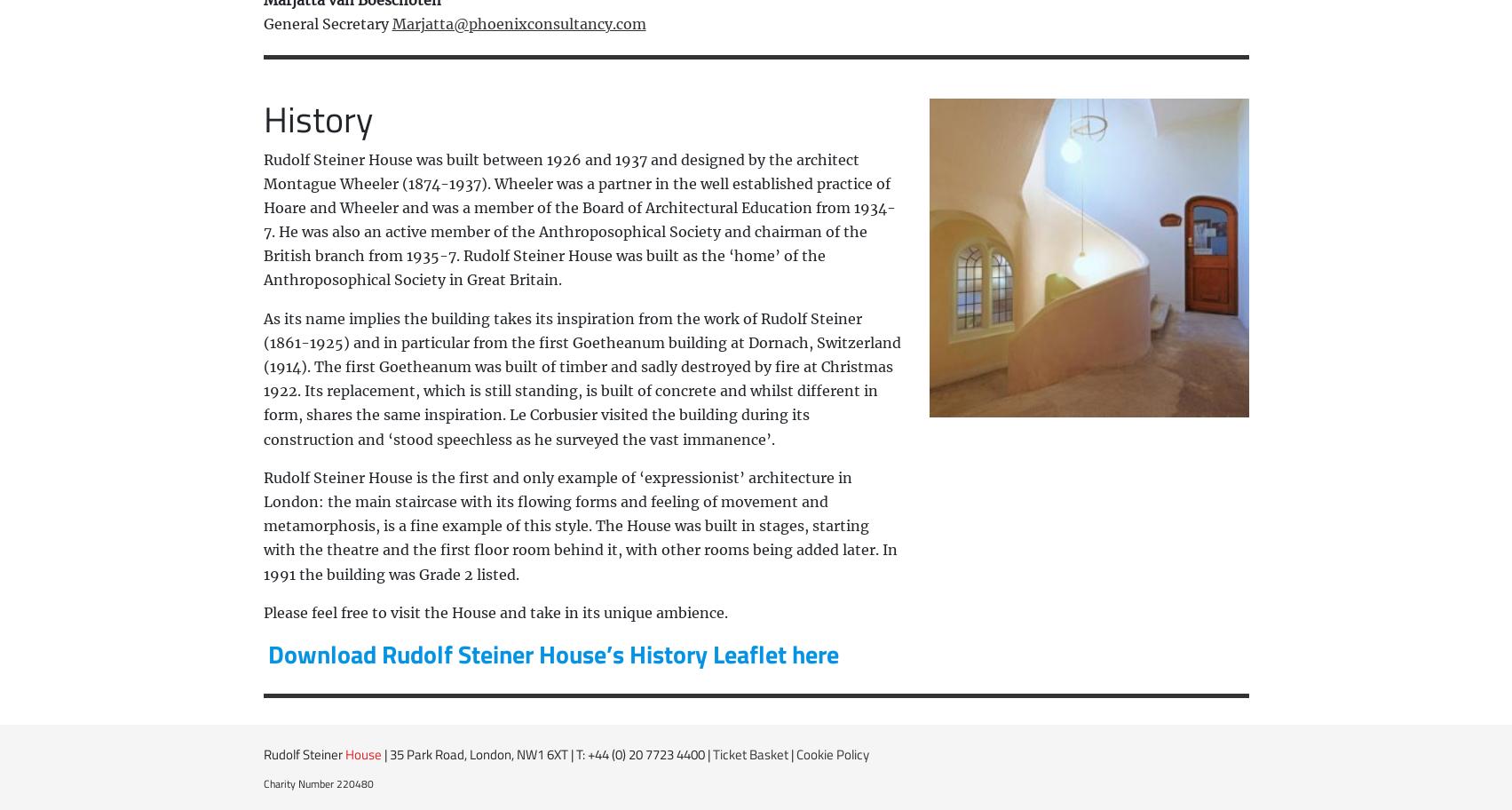 The image size is (1512, 810). Describe the element at coordinates (362, 754) in the screenshot. I see `'House'` at that location.